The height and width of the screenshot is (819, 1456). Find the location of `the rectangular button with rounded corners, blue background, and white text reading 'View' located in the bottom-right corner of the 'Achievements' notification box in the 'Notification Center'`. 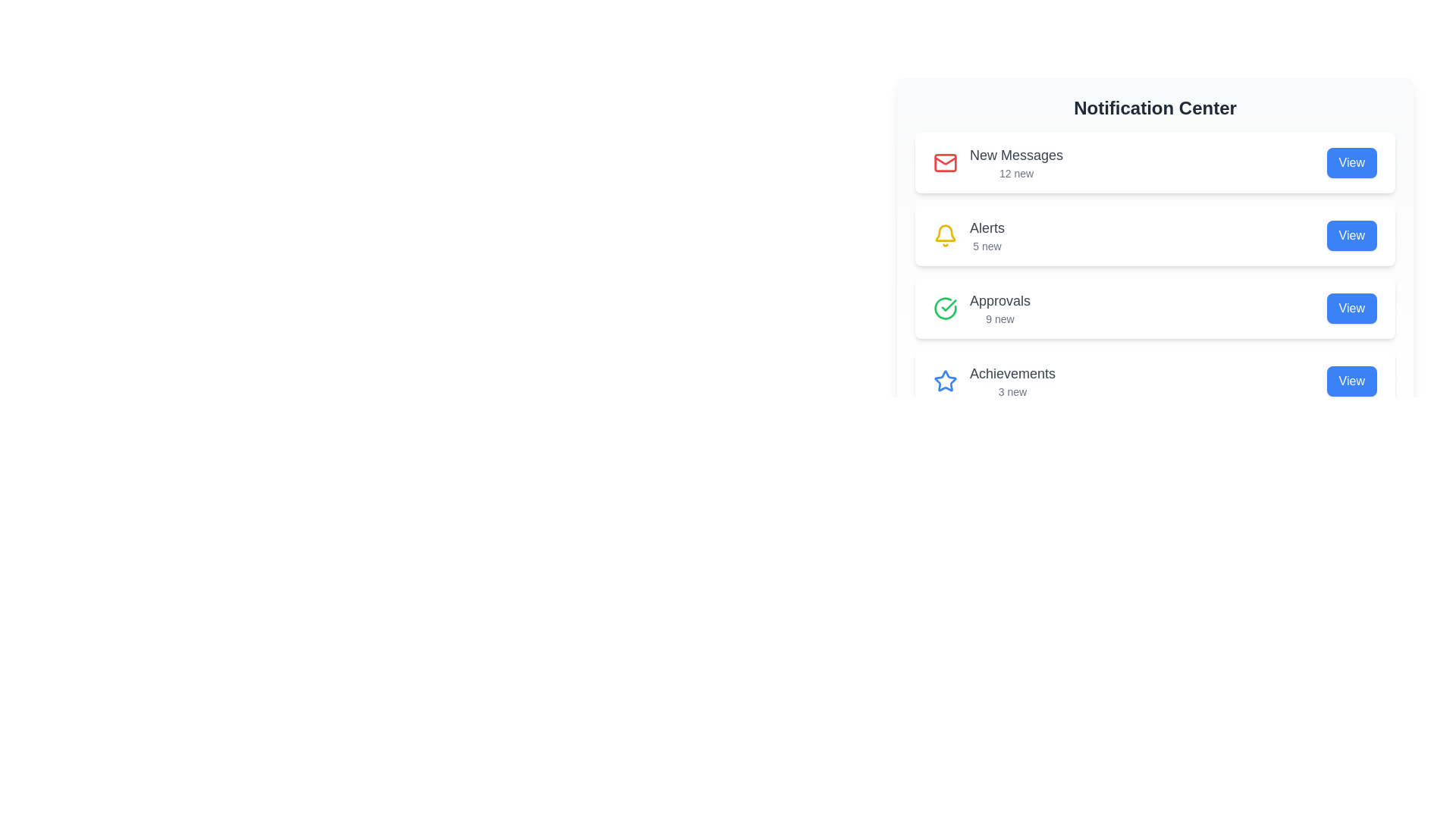

the rectangular button with rounded corners, blue background, and white text reading 'View' located in the bottom-right corner of the 'Achievements' notification box in the 'Notification Center' is located at coordinates (1351, 380).